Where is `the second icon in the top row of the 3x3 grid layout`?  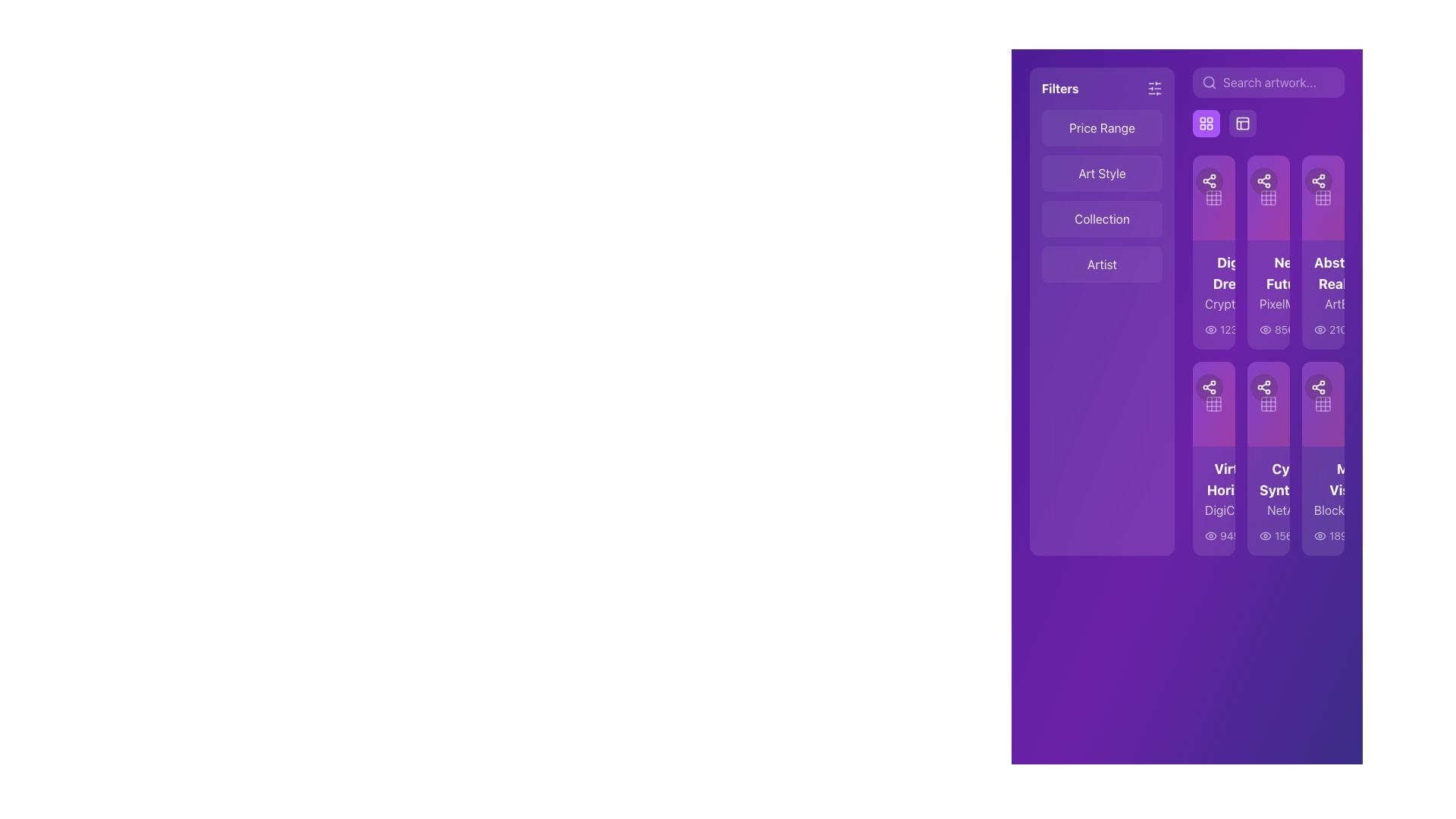
the second icon in the top row of the 3x3 grid layout is located at coordinates (1269, 197).